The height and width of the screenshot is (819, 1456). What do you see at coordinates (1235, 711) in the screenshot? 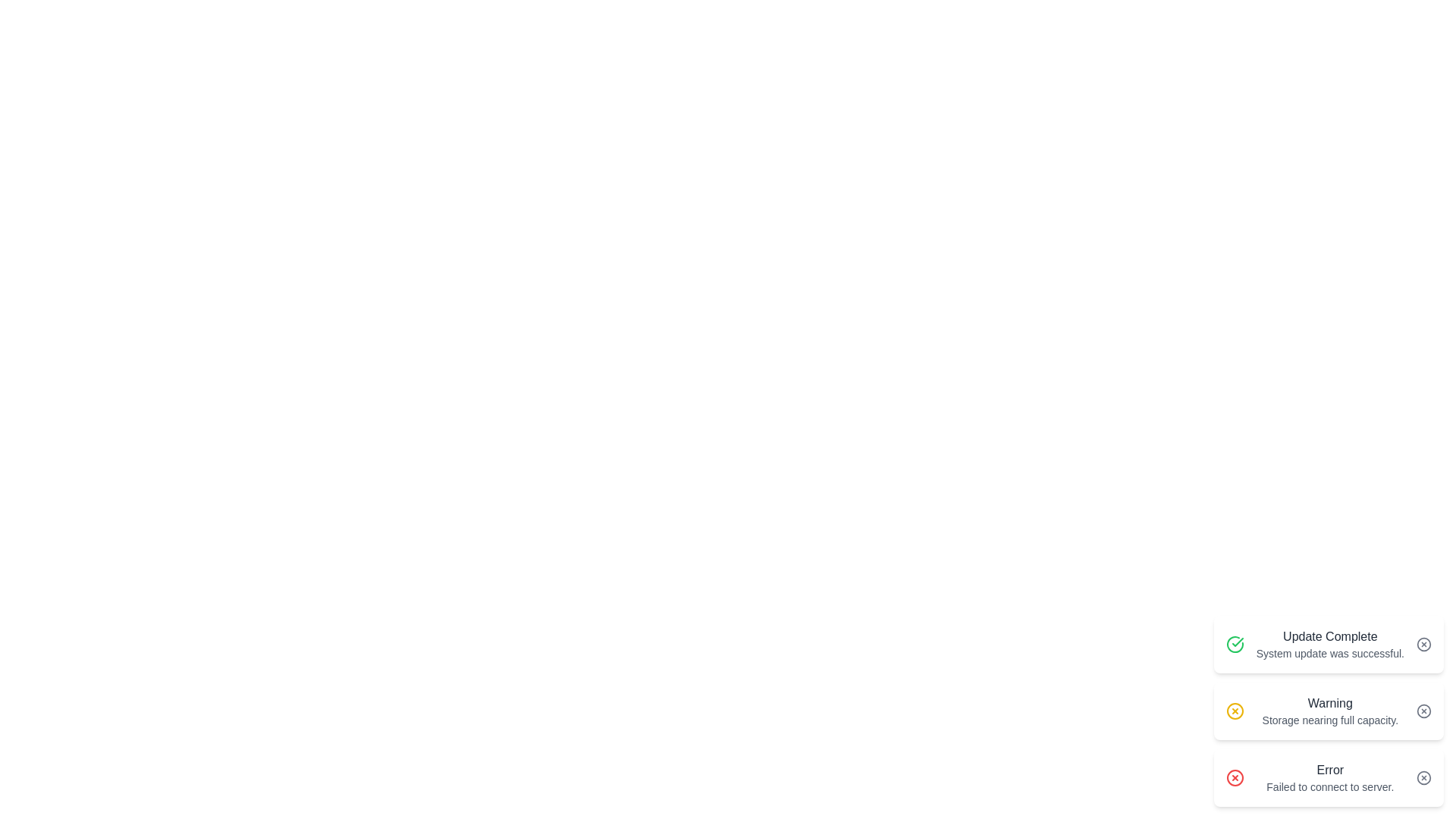
I see `the decorative SVG circle element that visually emphasizes the notification icon in the lower-right corner of the interface` at bounding box center [1235, 711].